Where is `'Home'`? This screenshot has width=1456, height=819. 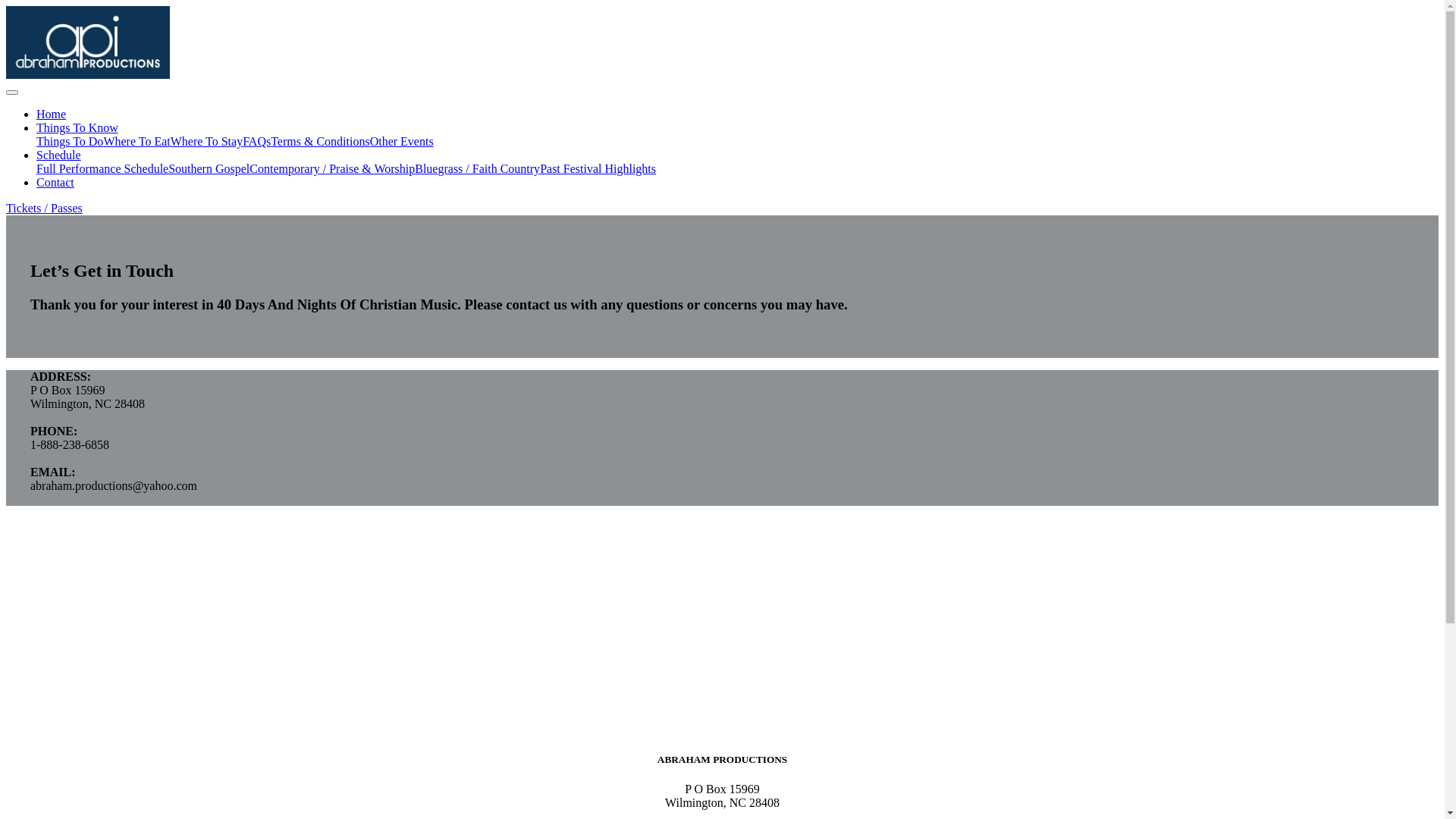 'Home' is located at coordinates (51, 113).